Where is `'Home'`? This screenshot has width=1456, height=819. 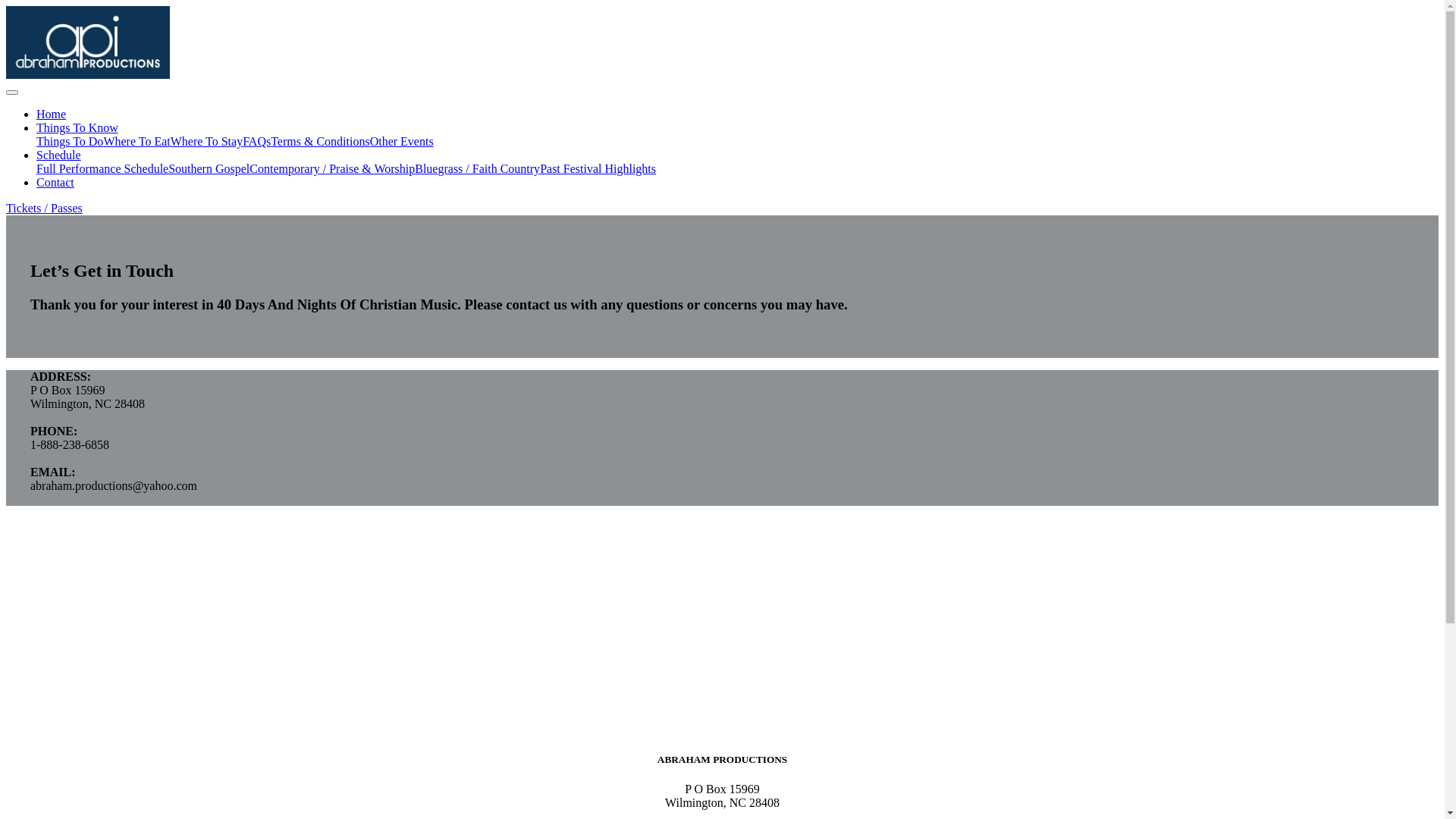 'Home' is located at coordinates (51, 113).